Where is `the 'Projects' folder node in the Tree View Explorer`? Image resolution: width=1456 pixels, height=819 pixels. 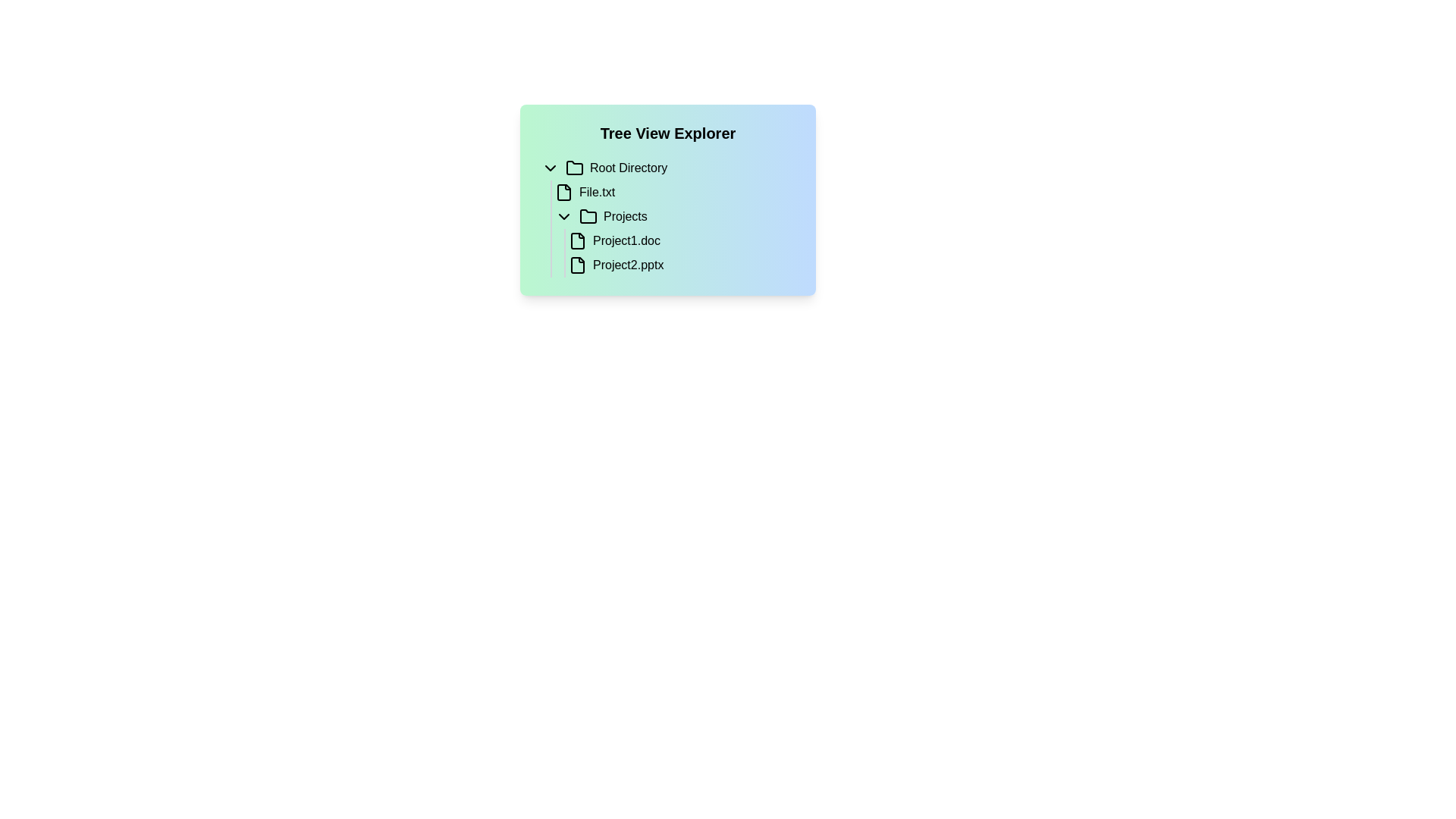 the 'Projects' folder node in the Tree View Explorer is located at coordinates (667, 216).